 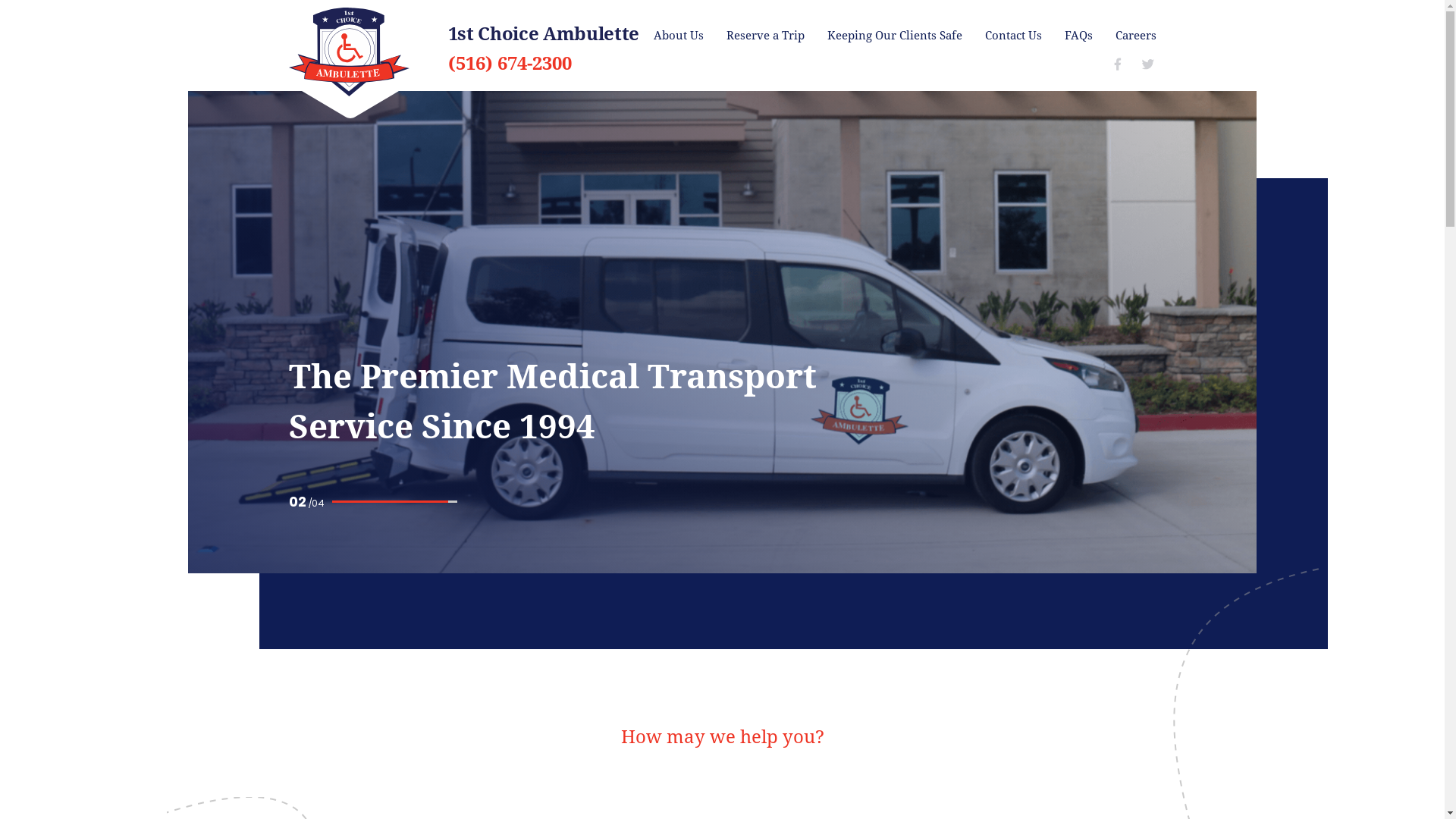 What do you see at coordinates (1078, 34) in the screenshot?
I see `'FAQs'` at bounding box center [1078, 34].